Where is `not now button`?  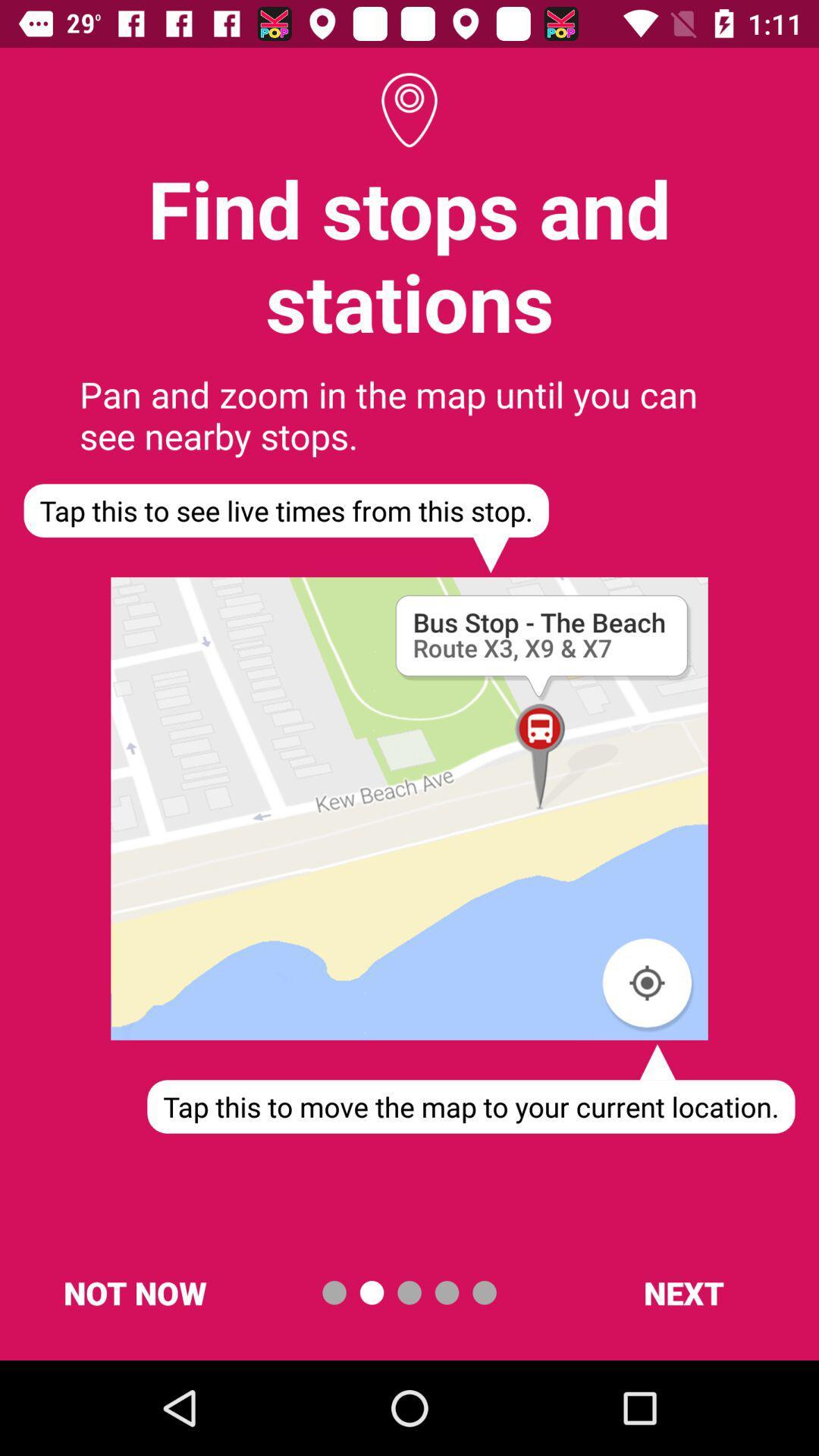
not now button is located at coordinates (134, 1291).